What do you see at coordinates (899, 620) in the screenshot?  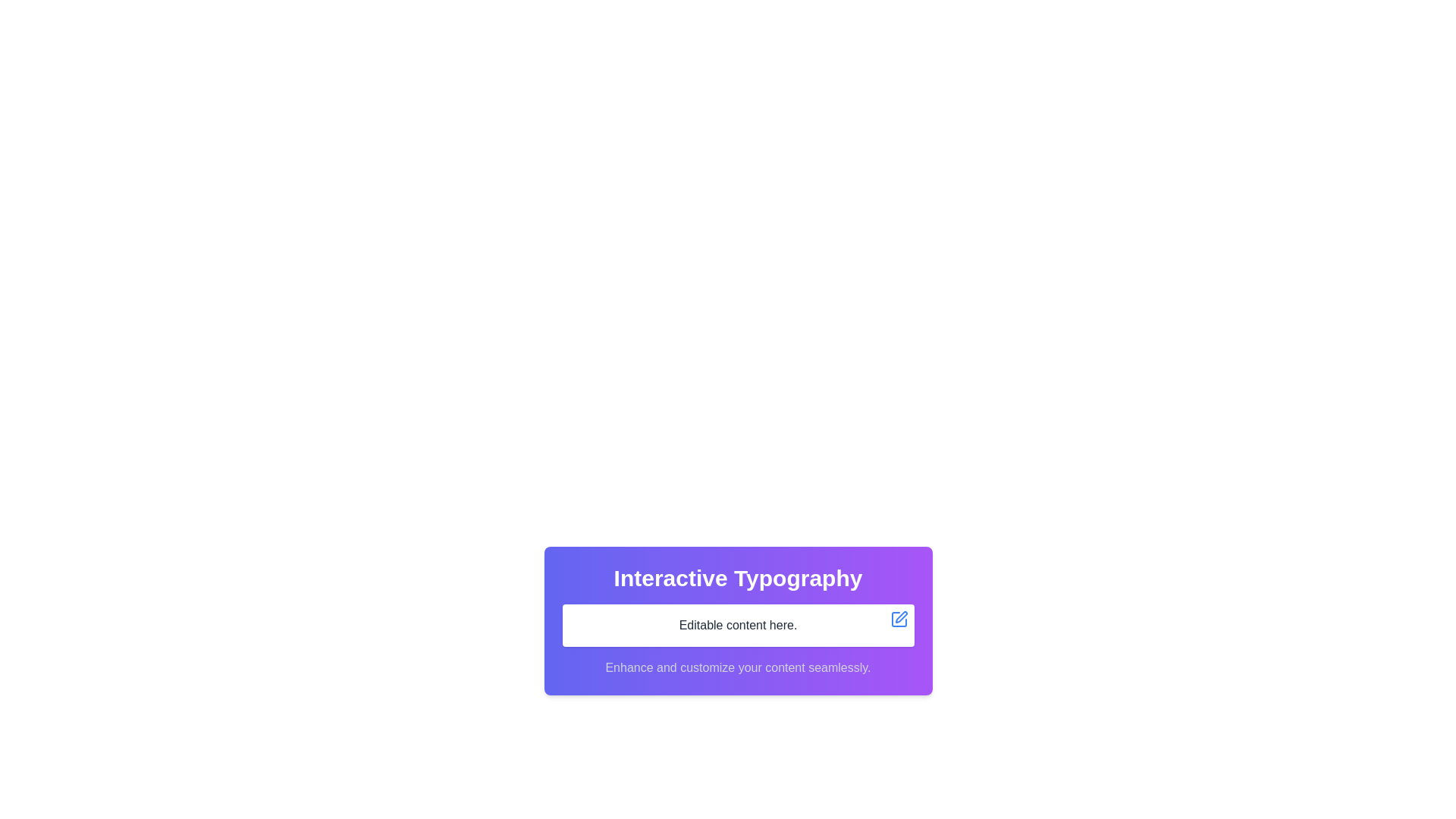 I see `the pen-in-square icon located at the far-right of the input field labeled 'Editable content here' to enable editing functionality` at bounding box center [899, 620].